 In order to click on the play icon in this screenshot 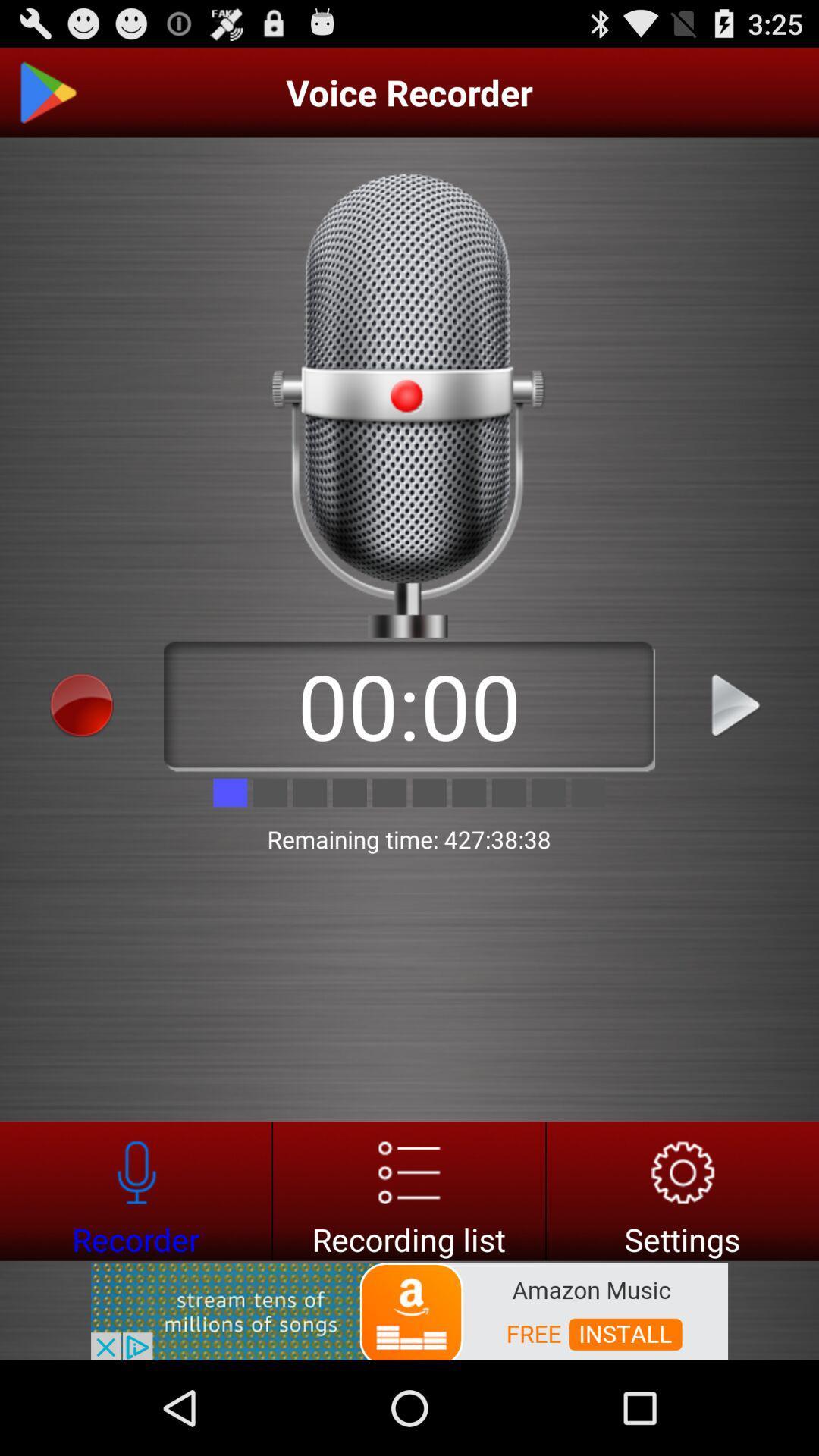, I will do `click(46, 98)`.